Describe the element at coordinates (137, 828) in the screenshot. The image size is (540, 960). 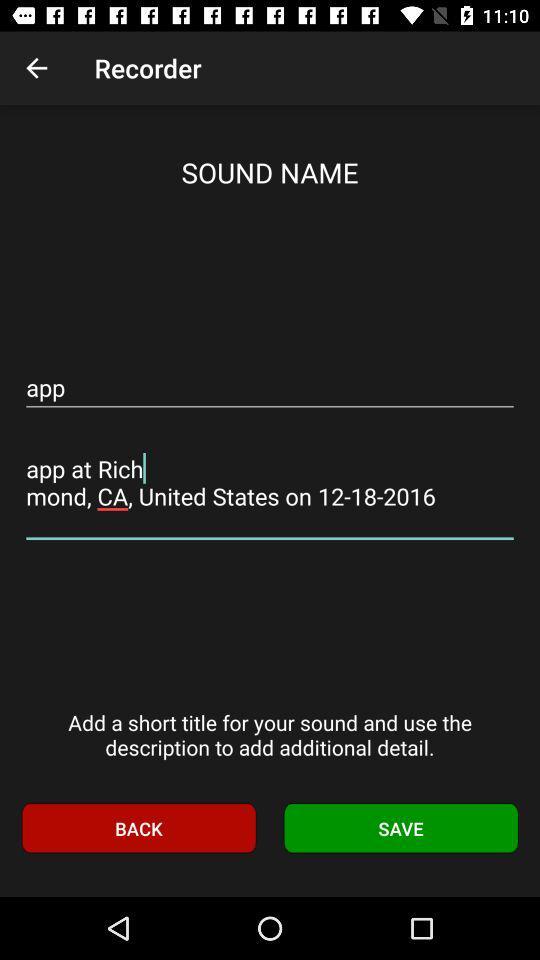
I see `icon to the left of the save icon` at that location.